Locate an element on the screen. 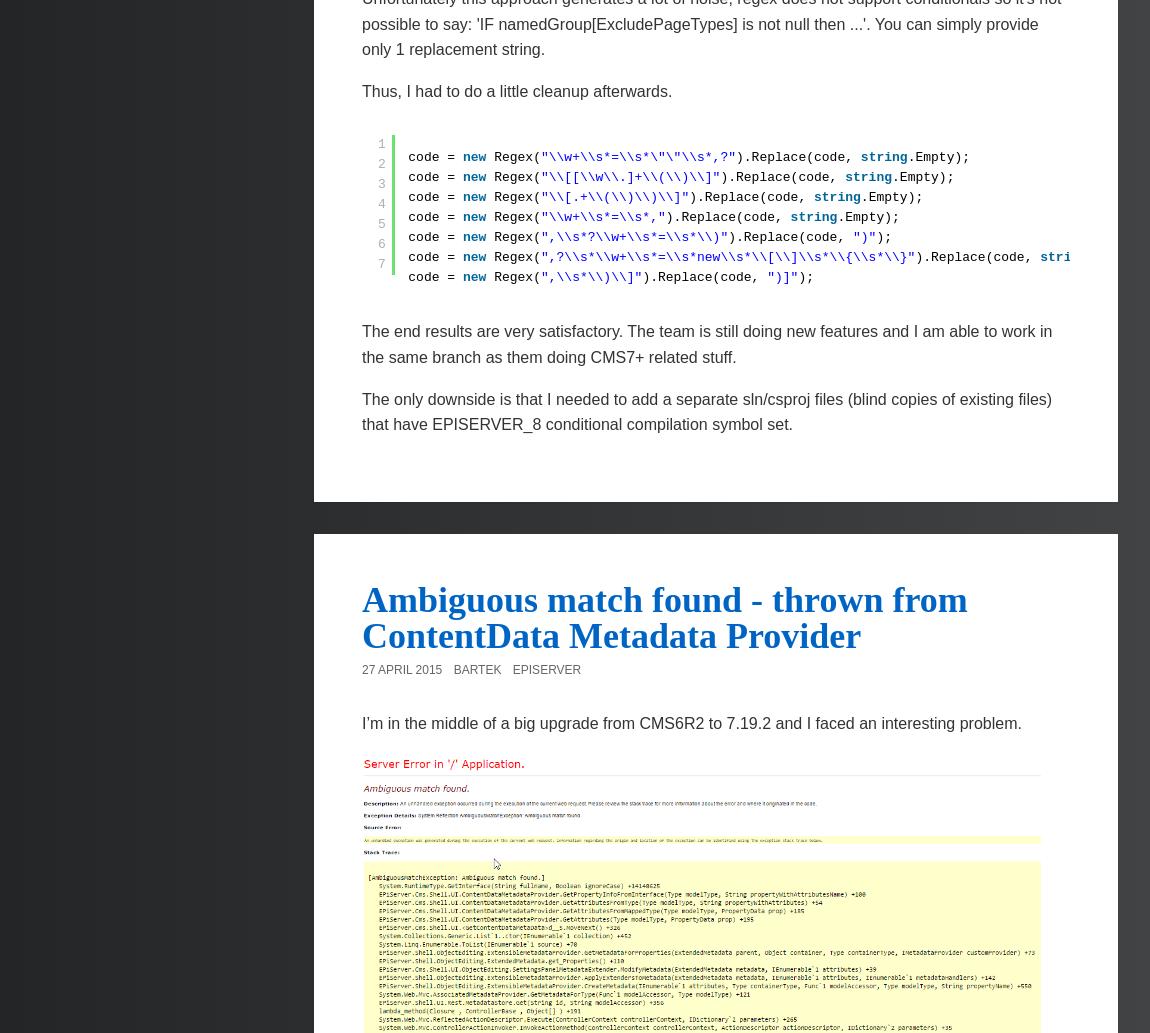 This screenshot has height=1033, width=1150. 'The end results are very satisfactory. The team is still doing new features and I am able to work in the same branch as them doing CMS7+ related stuff.' is located at coordinates (362, 343).